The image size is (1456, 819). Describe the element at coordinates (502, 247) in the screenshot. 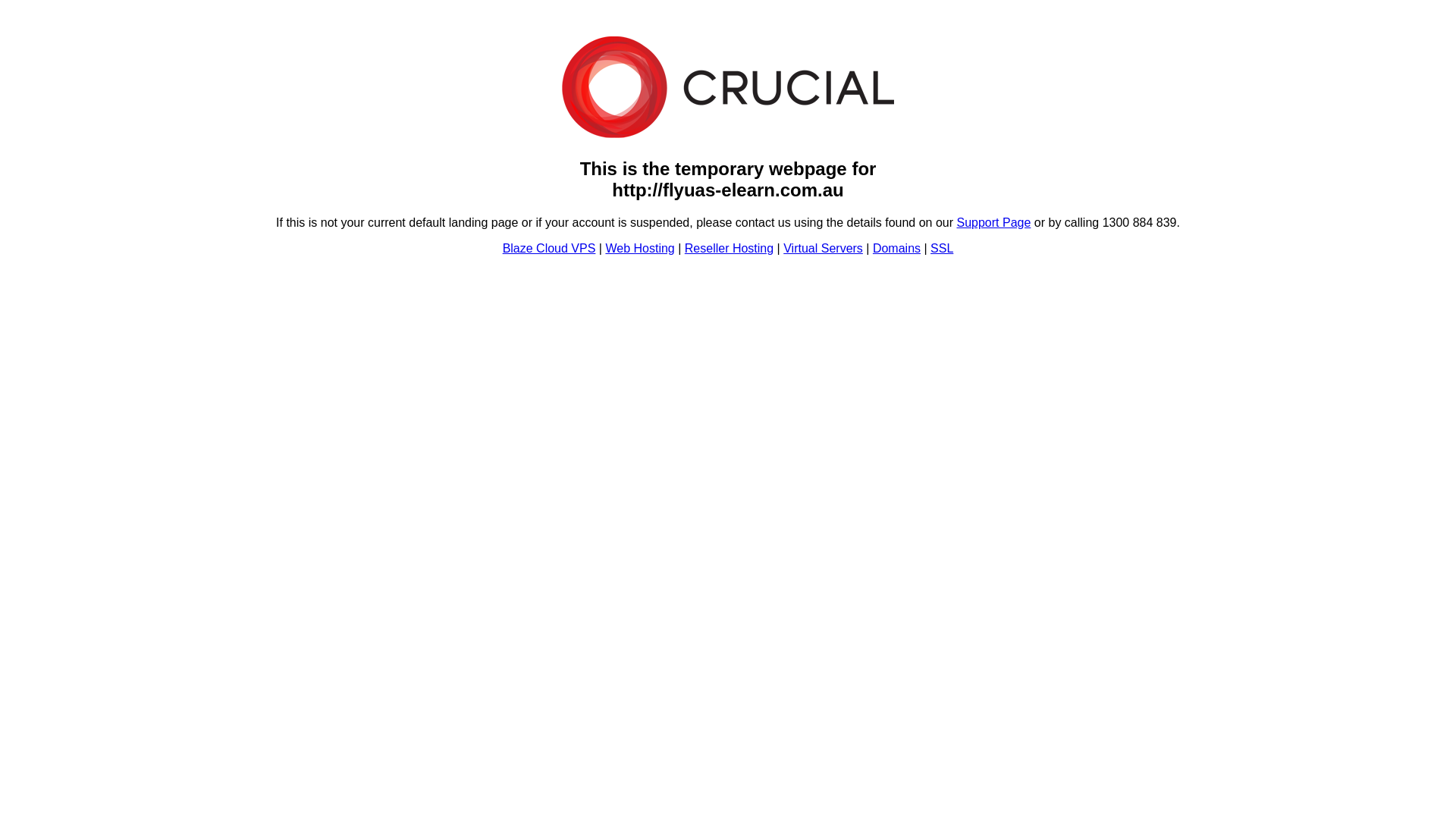

I see `'Blaze Cloud VPS'` at that location.